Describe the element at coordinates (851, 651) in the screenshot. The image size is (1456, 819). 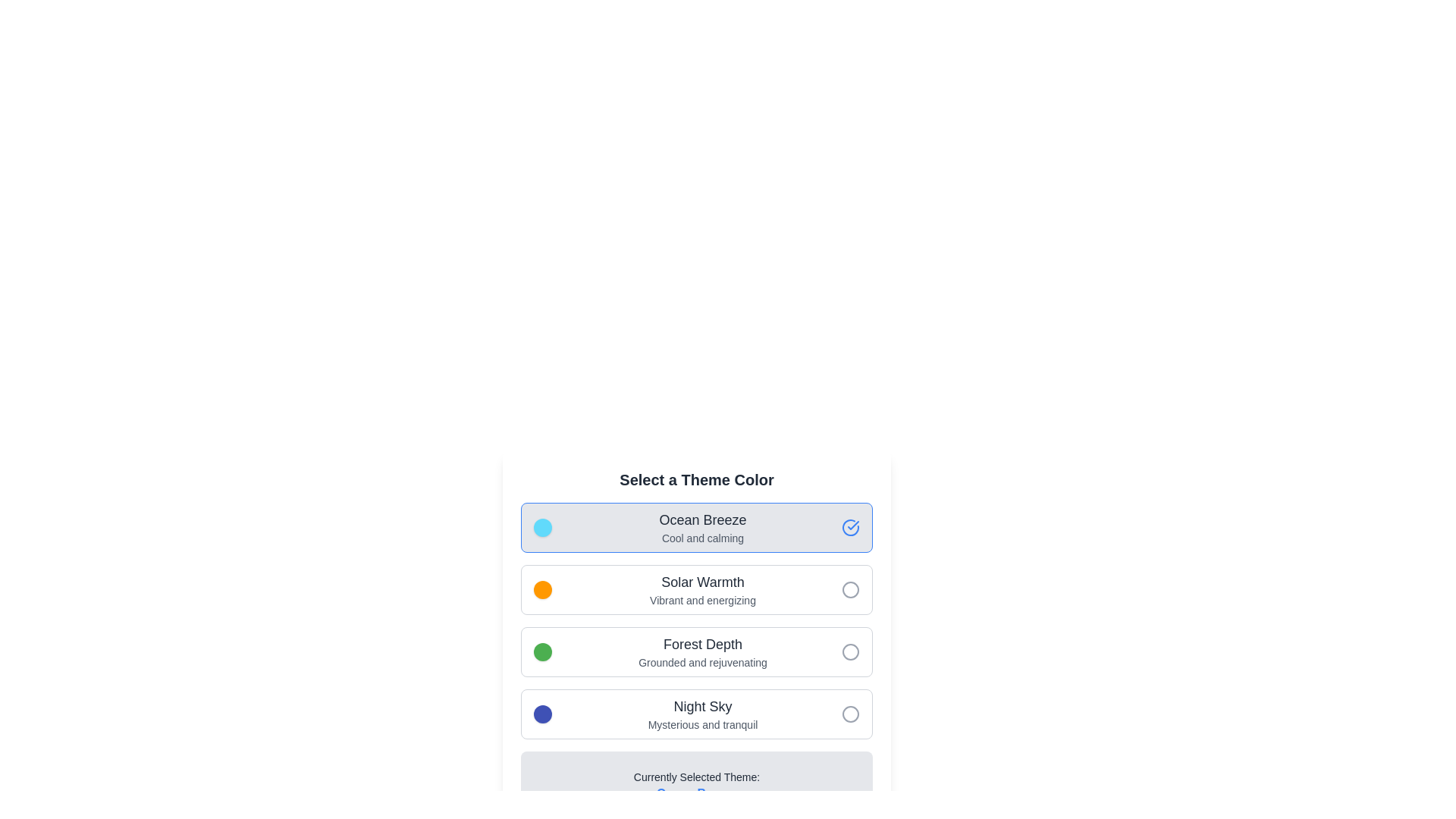
I see `the Circular selection indicator for the 'Forest Depth' theme option` at that location.